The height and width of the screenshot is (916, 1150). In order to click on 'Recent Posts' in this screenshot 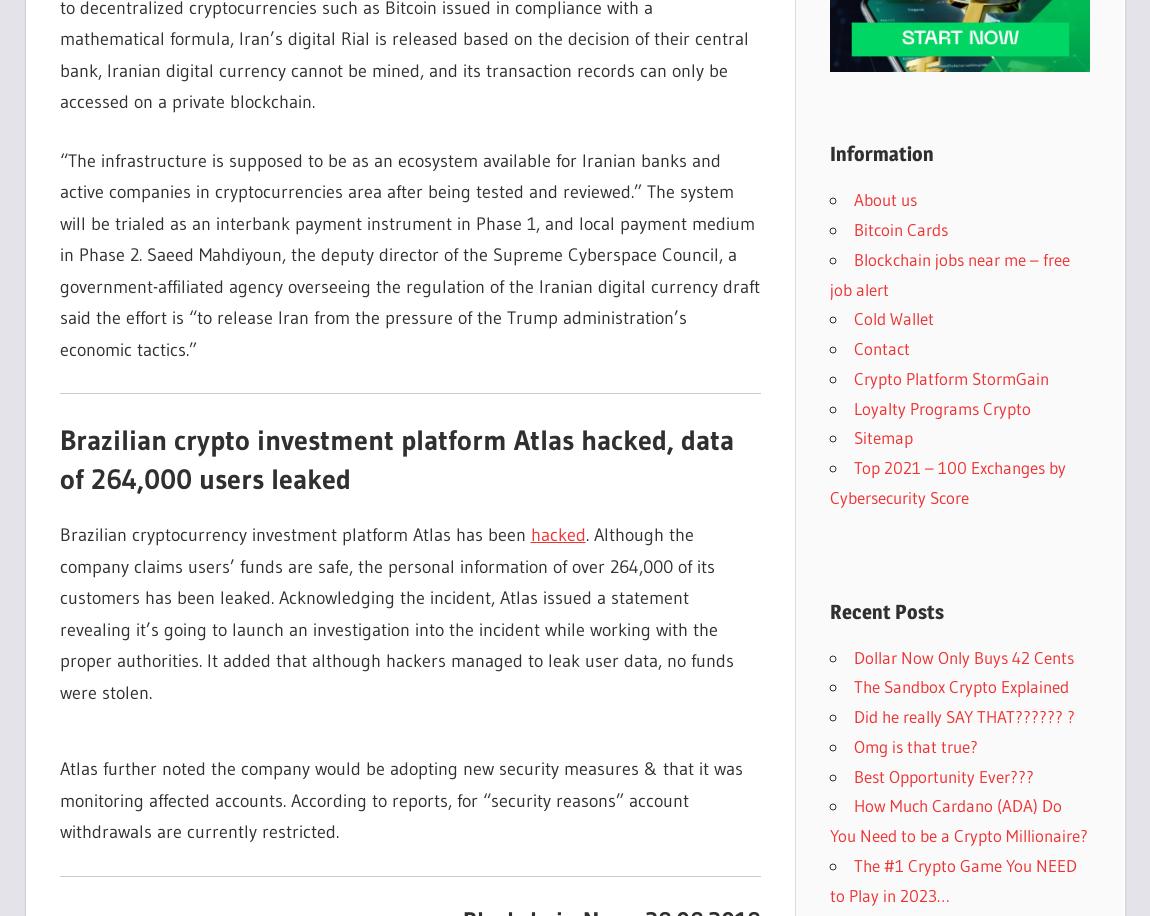, I will do `click(885, 610)`.